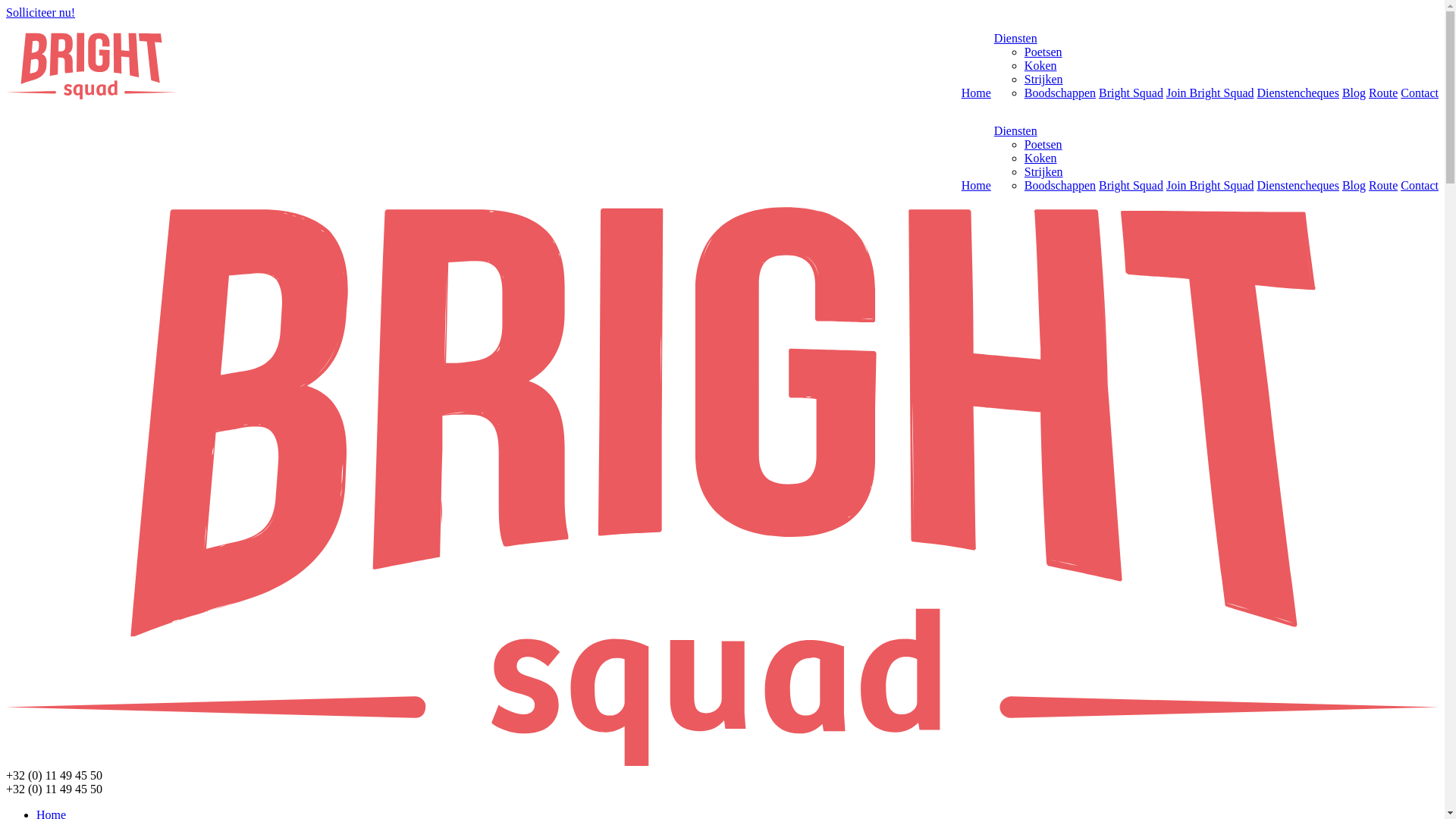  What do you see at coordinates (1400, 184) in the screenshot?
I see `'Contact'` at bounding box center [1400, 184].